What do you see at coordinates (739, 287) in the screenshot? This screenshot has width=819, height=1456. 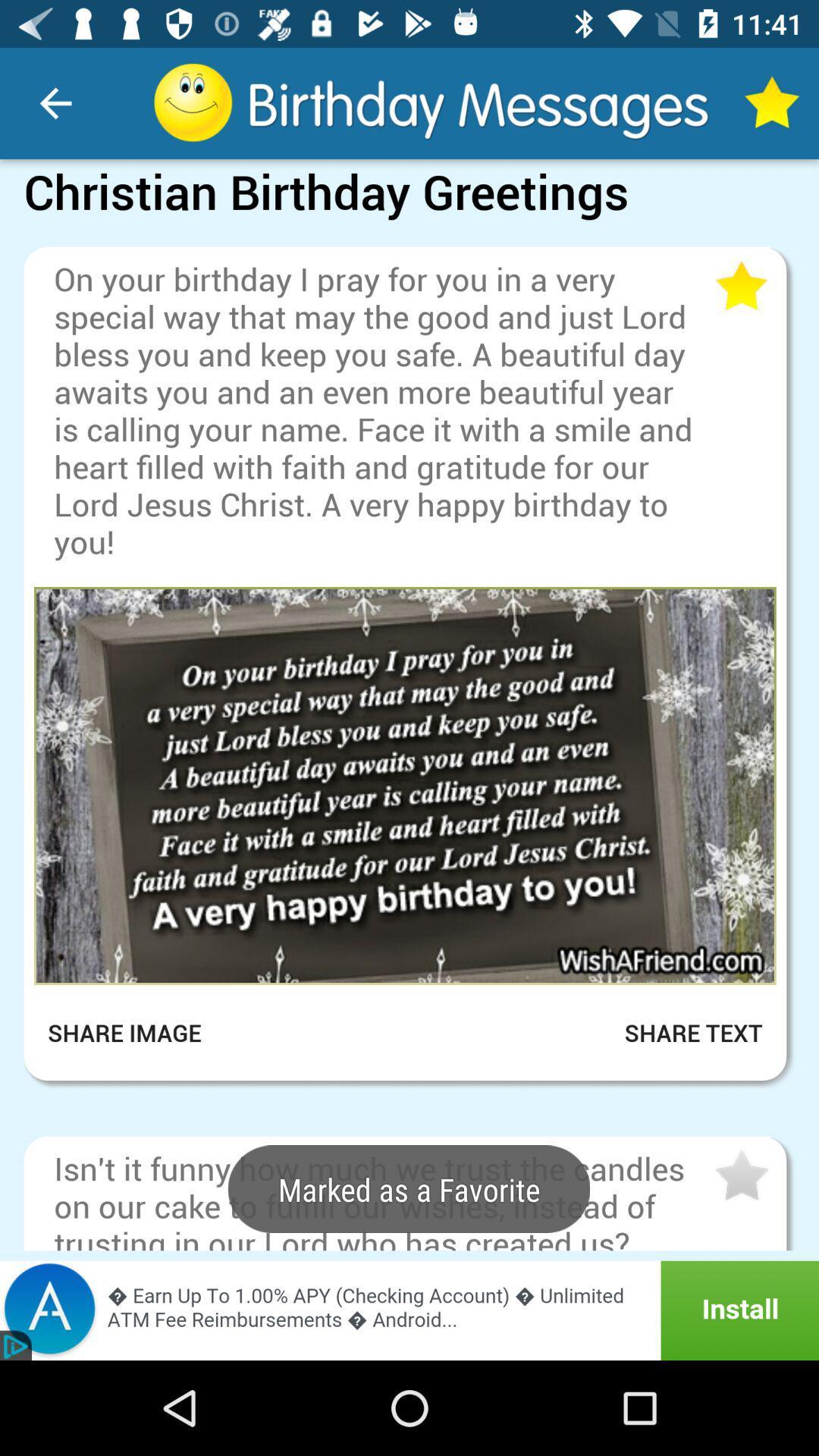 I see `set as favorite` at bounding box center [739, 287].